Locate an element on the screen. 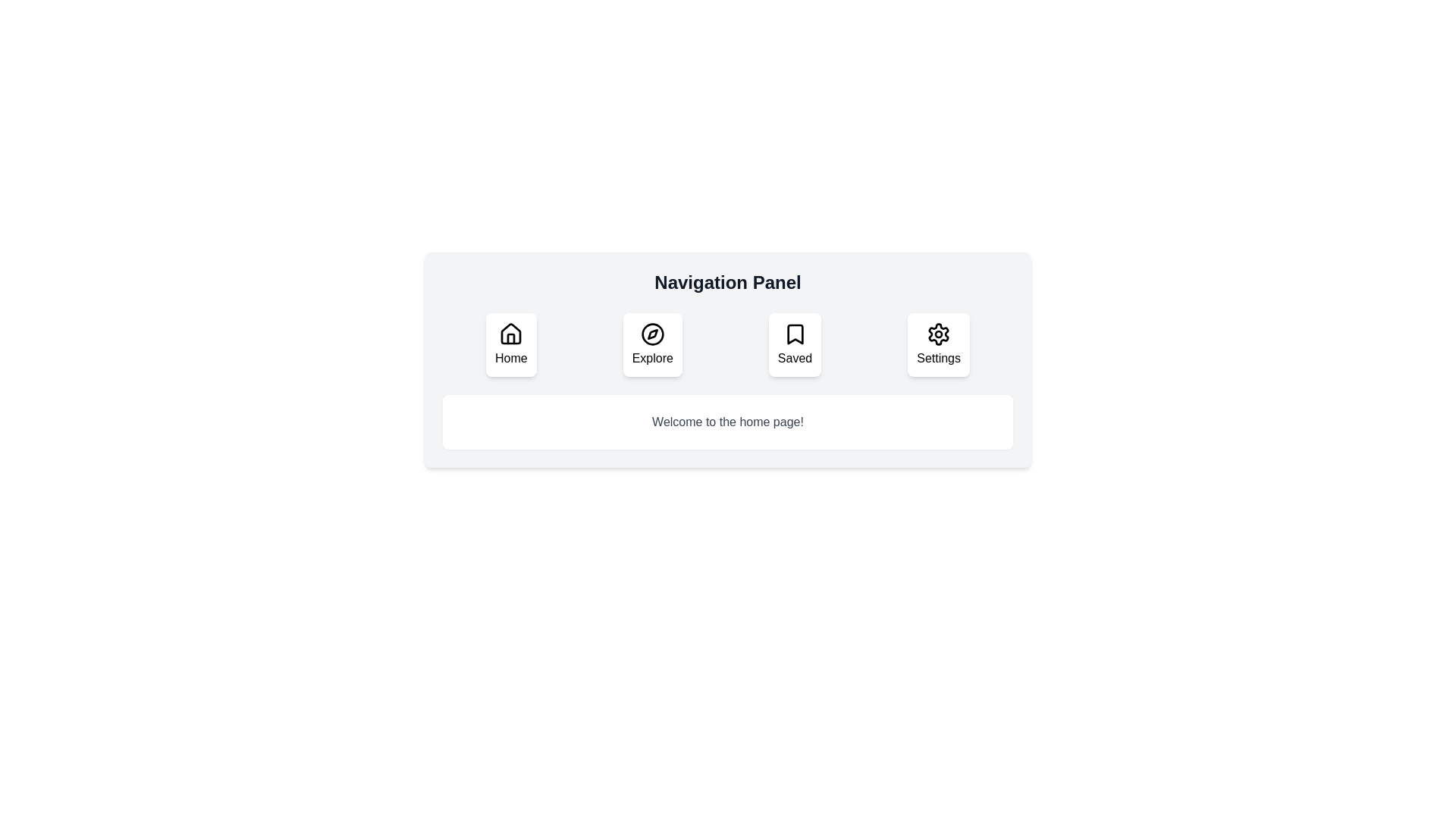  the house icon located on the top-left of the navigation panel is located at coordinates (510, 332).